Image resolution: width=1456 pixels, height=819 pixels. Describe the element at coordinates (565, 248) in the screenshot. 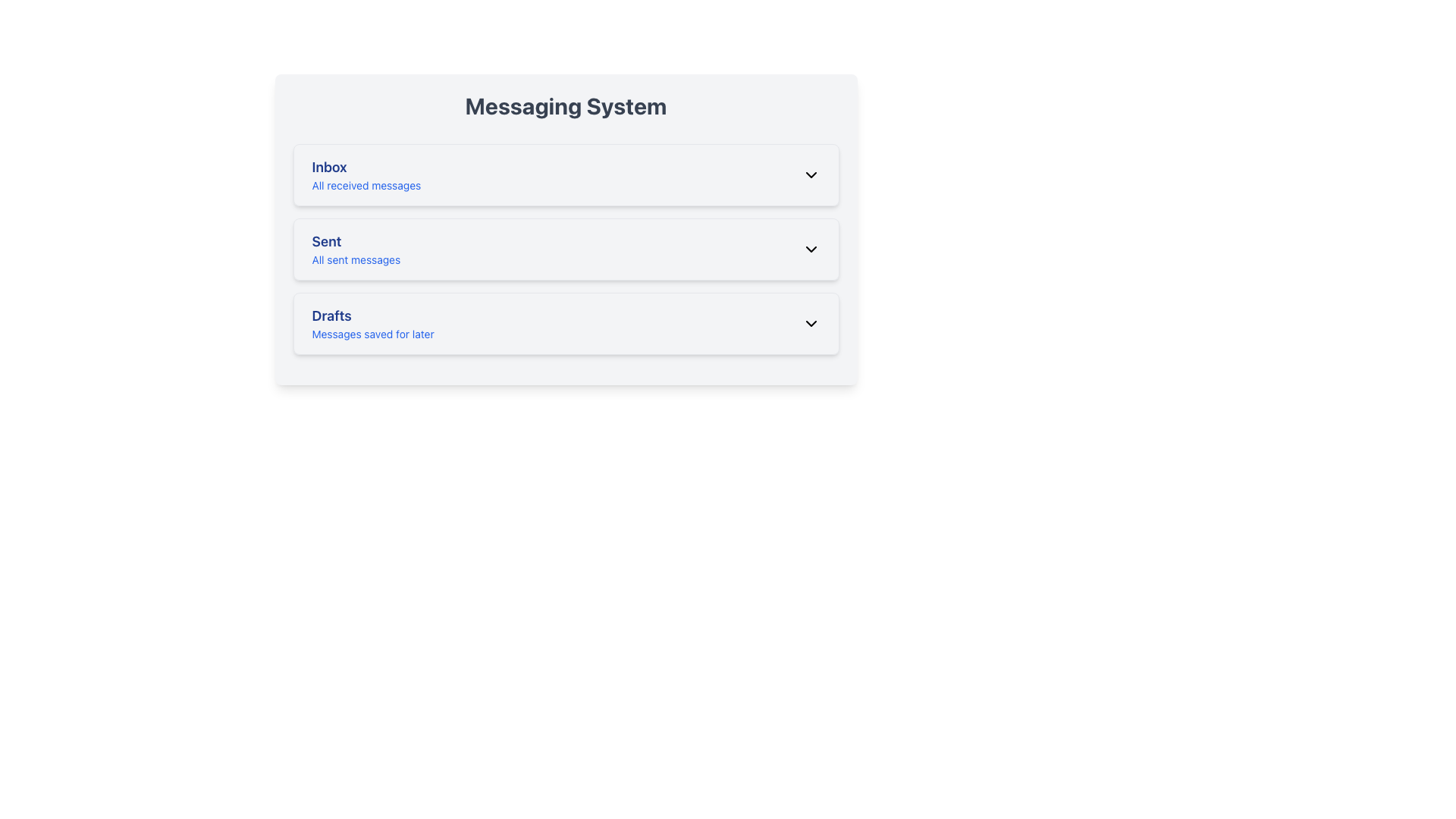

I see `the 'Sent' section of the Messaging System` at that location.